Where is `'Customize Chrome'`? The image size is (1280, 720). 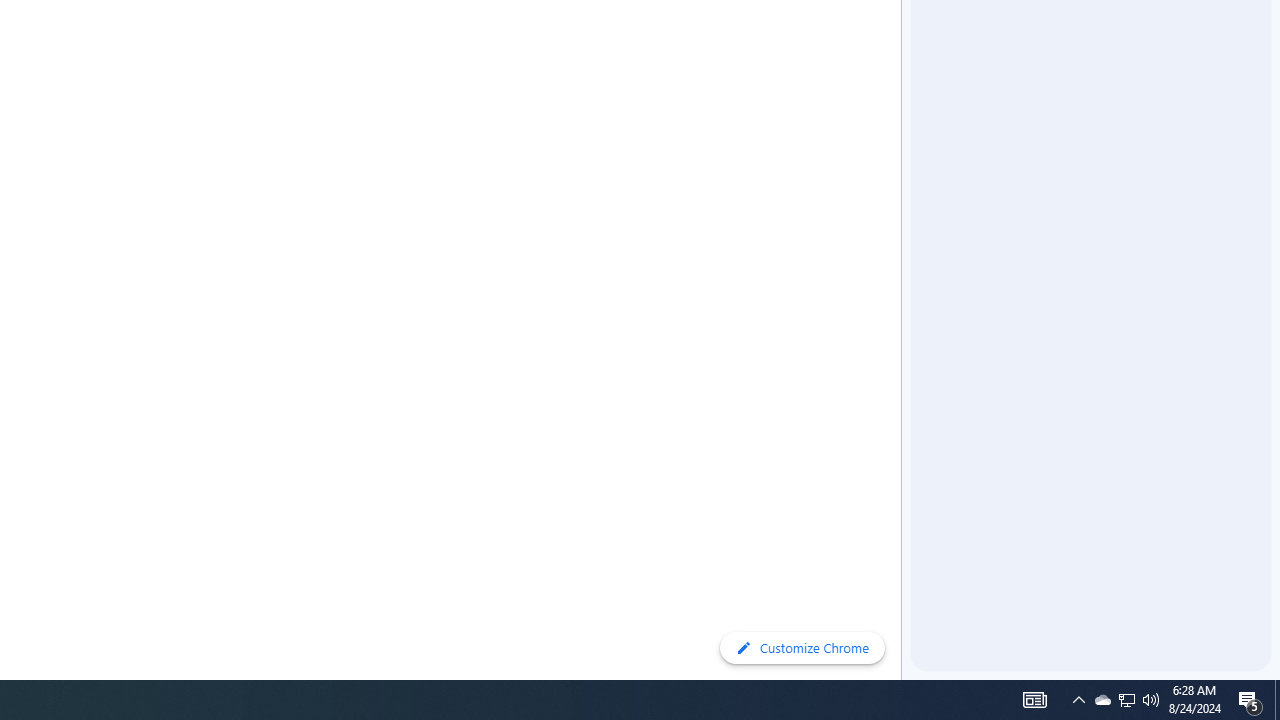 'Customize Chrome' is located at coordinates (801, 648).